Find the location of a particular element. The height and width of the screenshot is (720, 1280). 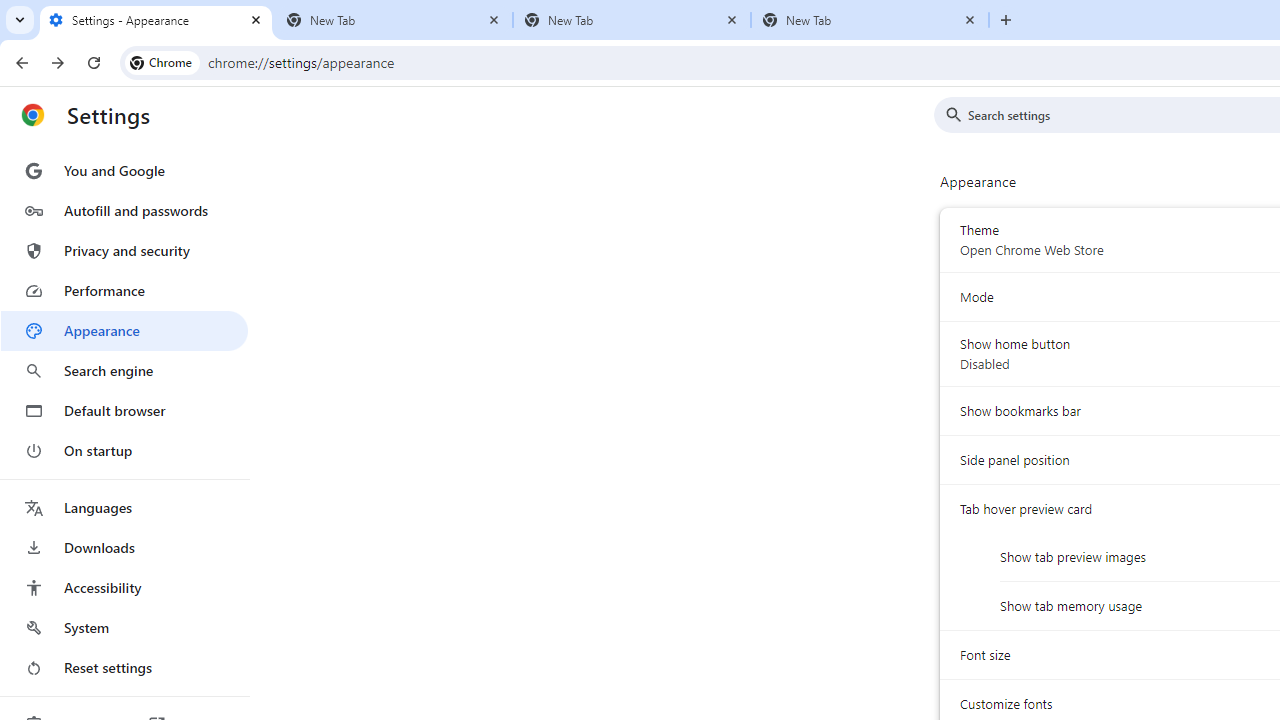

'Settings - Appearance' is located at coordinates (155, 20).